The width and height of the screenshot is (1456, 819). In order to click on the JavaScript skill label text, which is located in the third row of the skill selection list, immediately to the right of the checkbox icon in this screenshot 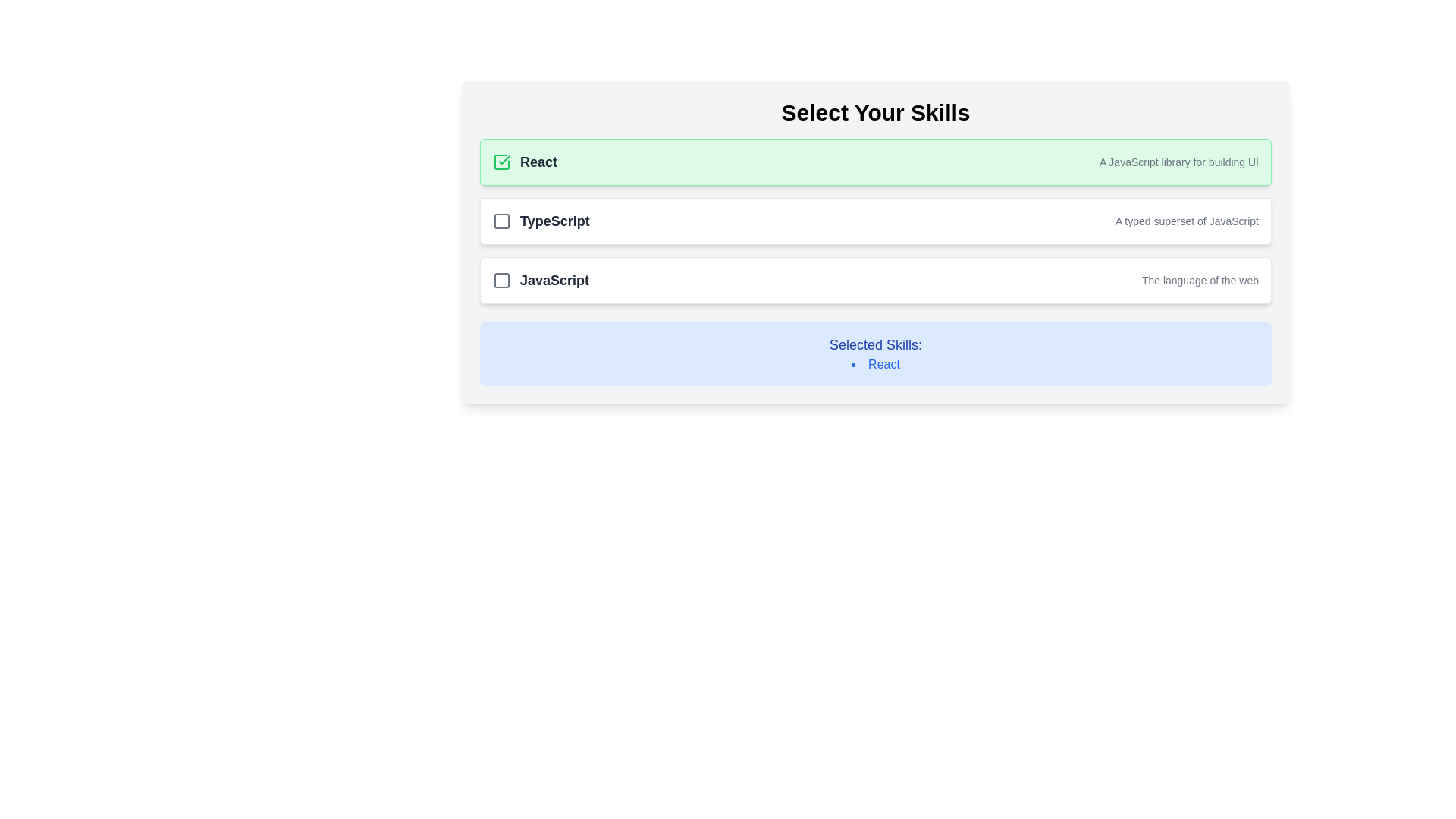, I will do `click(554, 281)`.